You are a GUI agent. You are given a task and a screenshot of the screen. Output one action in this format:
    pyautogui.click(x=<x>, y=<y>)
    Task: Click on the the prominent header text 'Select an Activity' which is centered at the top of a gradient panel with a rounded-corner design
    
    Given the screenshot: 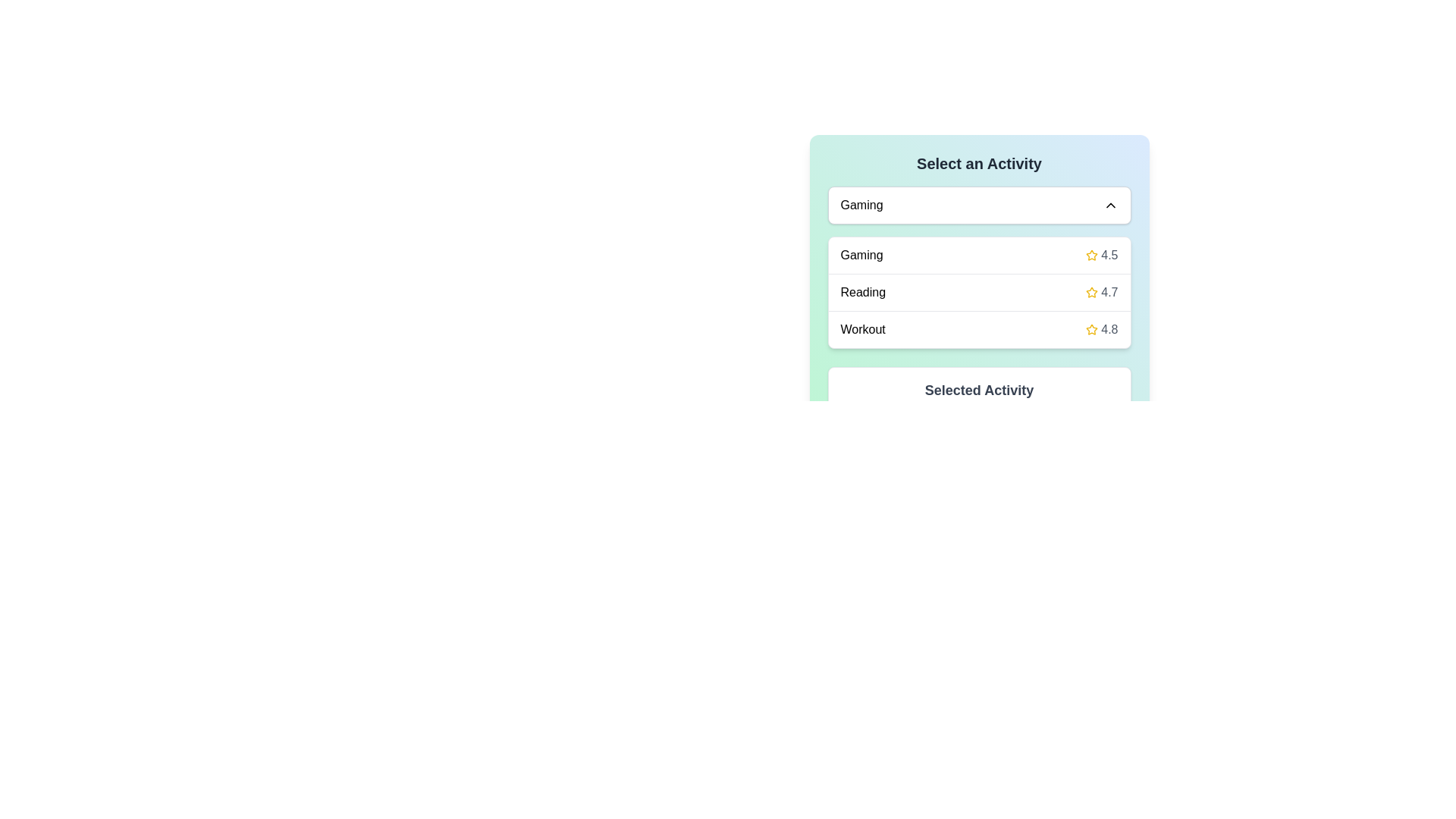 What is the action you would take?
    pyautogui.click(x=979, y=164)
    